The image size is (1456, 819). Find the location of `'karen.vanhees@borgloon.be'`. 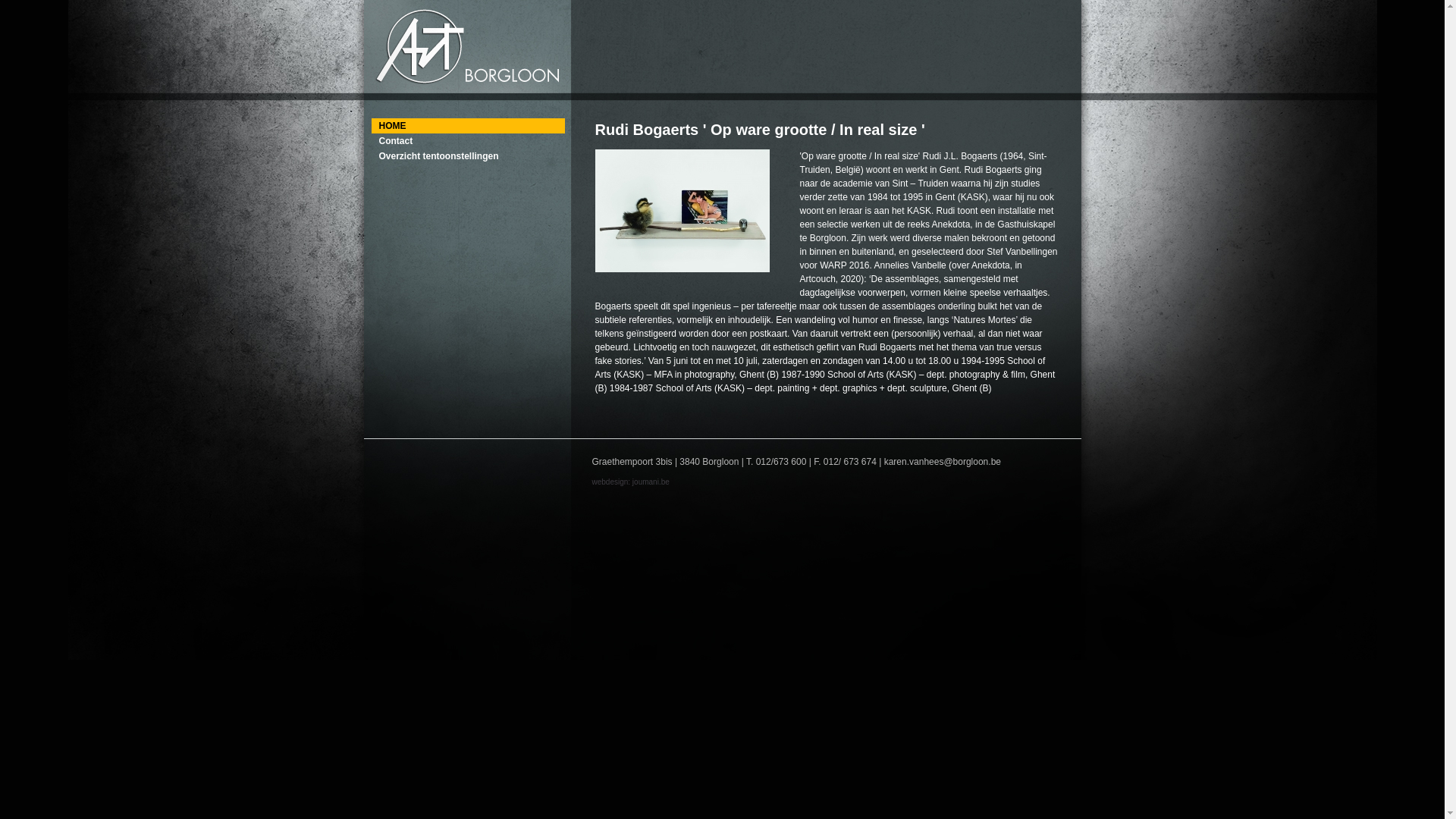

'karen.vanhees@borgloon.be' is located at coordinates (942, 461).